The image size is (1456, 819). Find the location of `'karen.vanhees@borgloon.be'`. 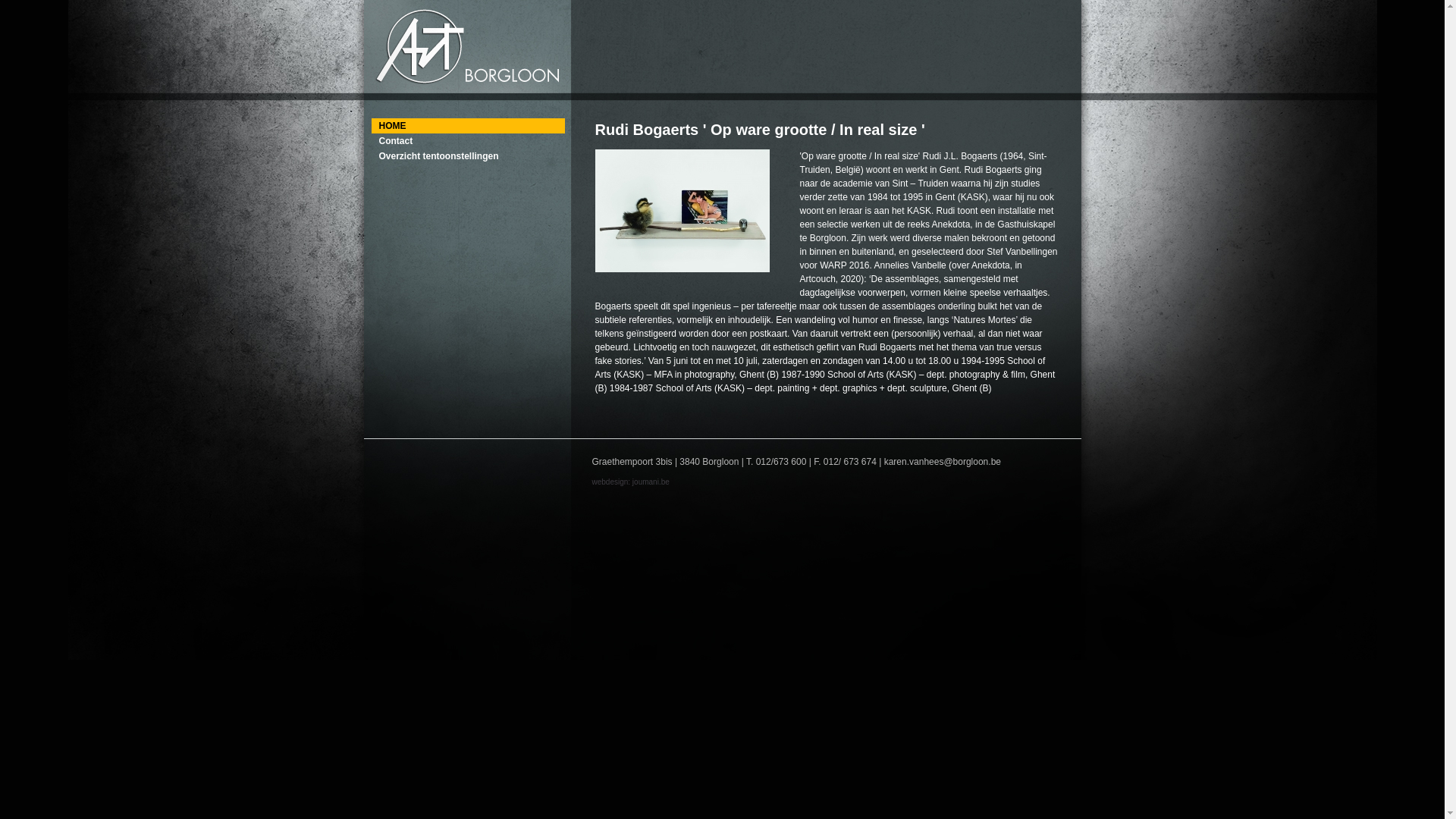

'karen.vanhees@borgloon.be' is located at coordinates (942, 461).